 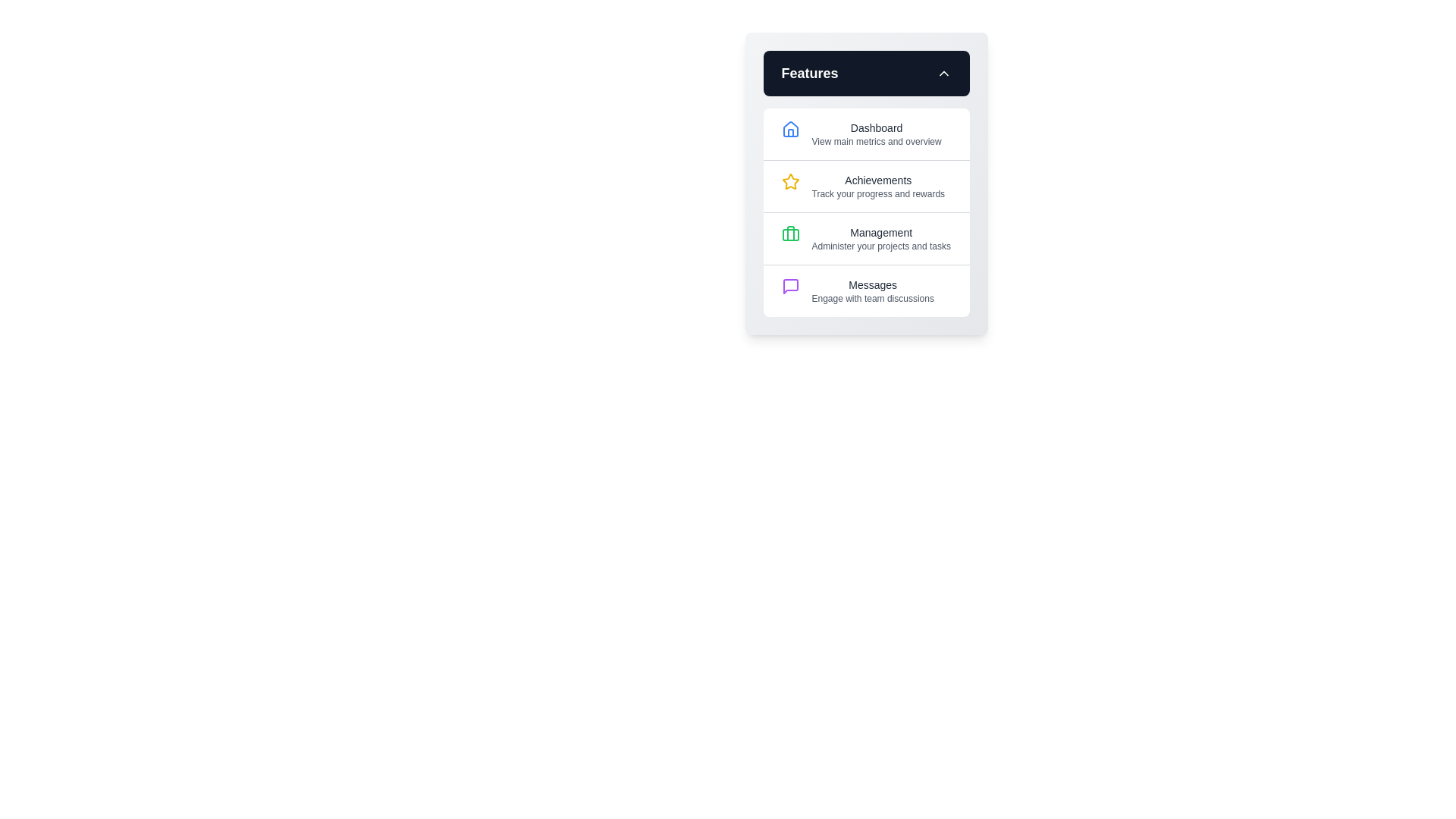 I want to click on the red-bordered message square icon located next to the 'Messages' label in the drop-down menu under the 'Features' header, so click(x=789, y=287).